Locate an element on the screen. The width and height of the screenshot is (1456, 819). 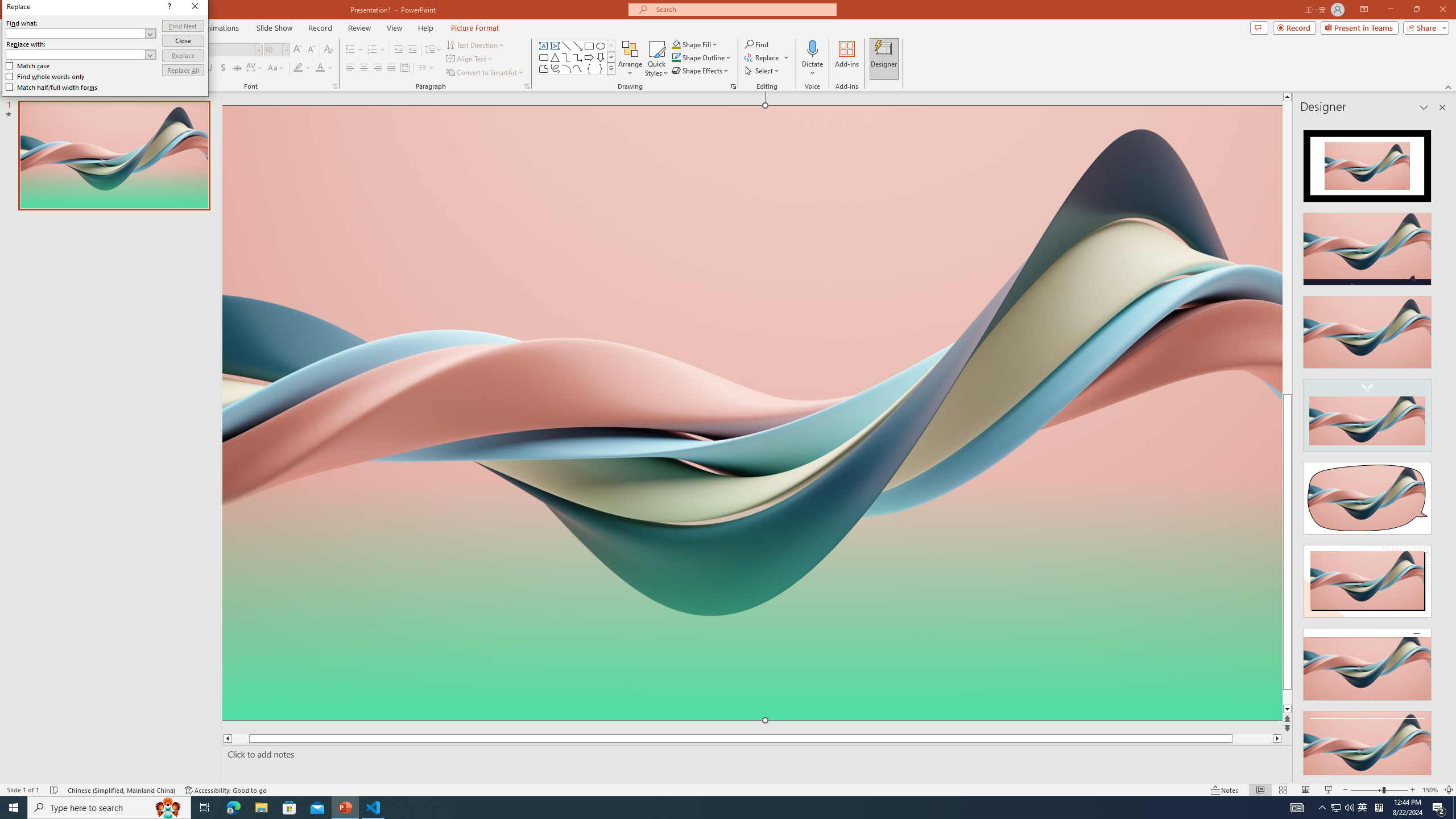
'Curve' is located at coordinates (577, 68).